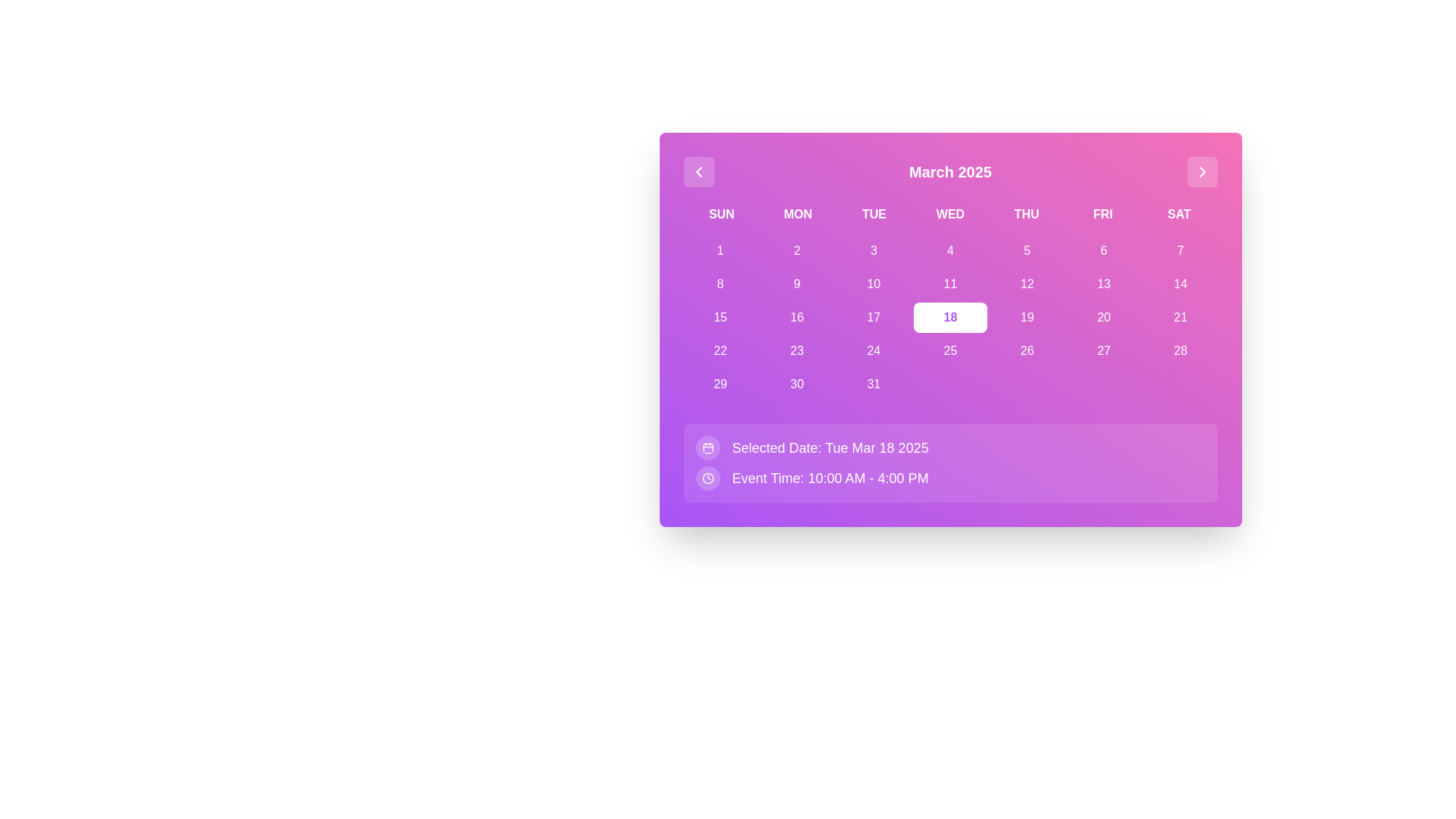 This screenshot has width=1456, height=819. Describe the element at coordinates (874, 317) in the screenshot. I see `the square button displaying the number '17' in white on a purple background` at that location.